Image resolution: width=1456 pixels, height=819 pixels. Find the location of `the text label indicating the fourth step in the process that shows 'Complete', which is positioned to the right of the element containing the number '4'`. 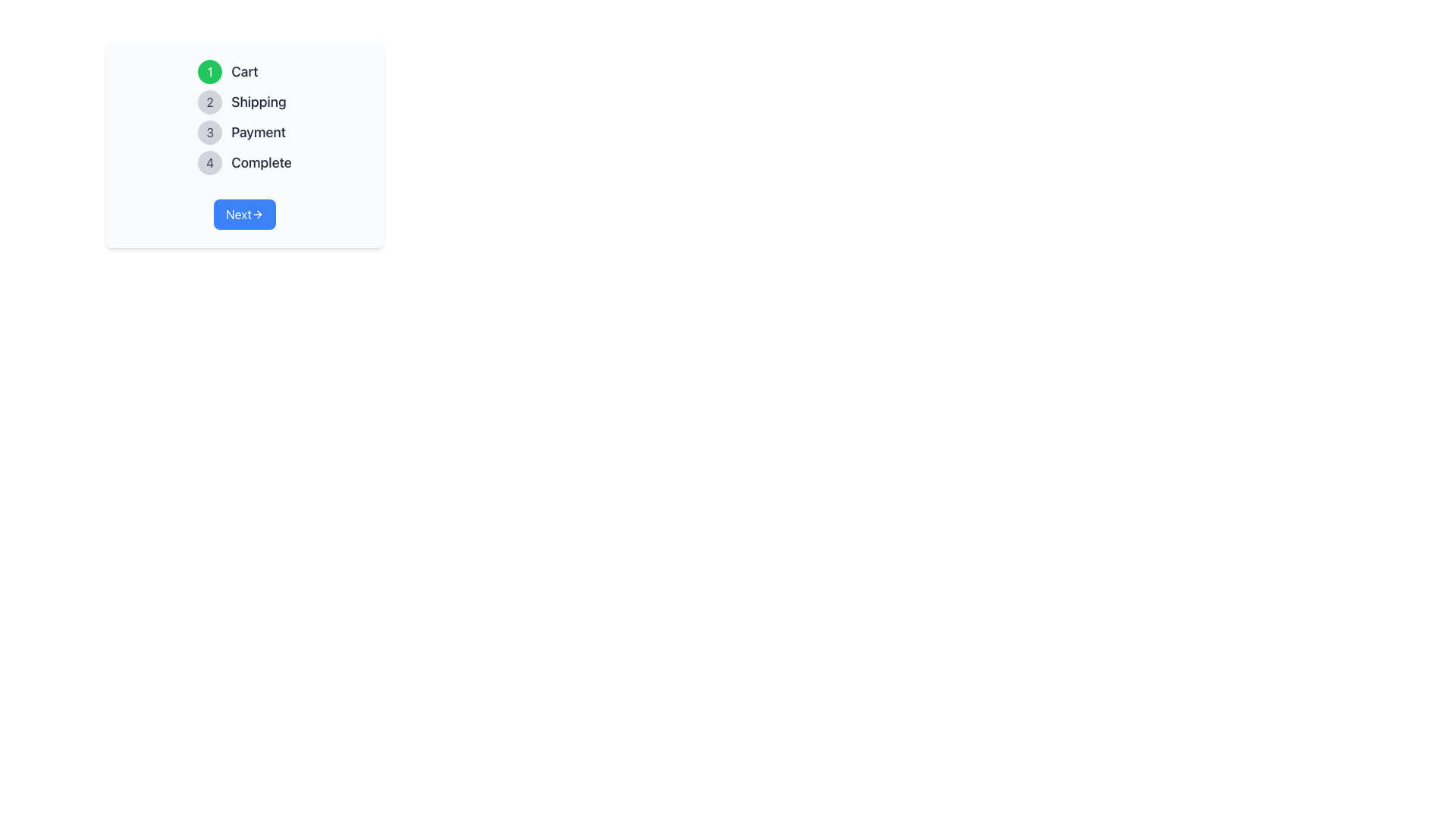

the text label indicating the fourth step in the process that shows 'Complete', which is positioned to the right of the element containing the number '4' is located at coordinates (262, 163).